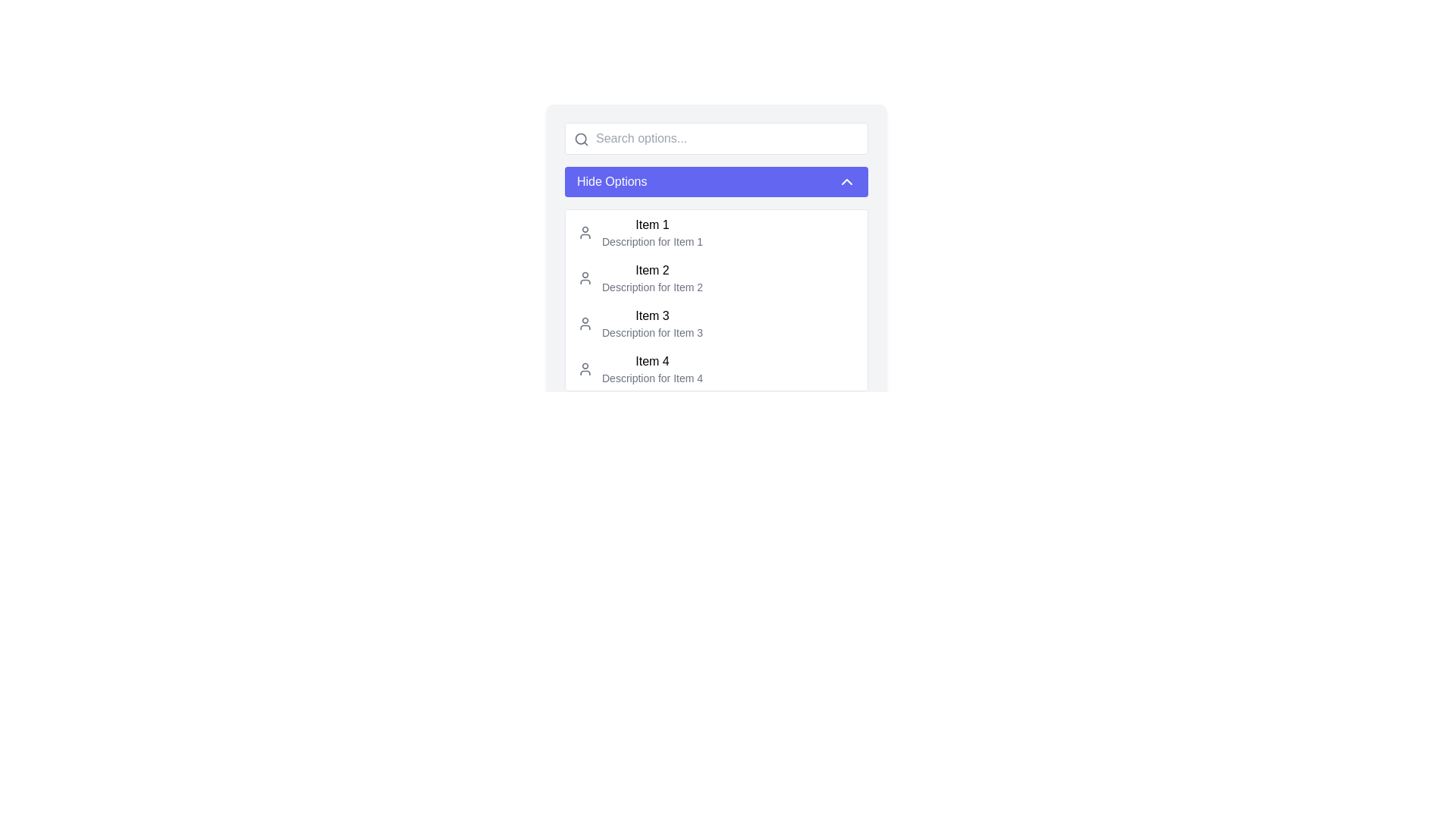 Image resolution: width=1456 pixels, height=819 pixels. Describe the element at coordinates (652, 270) in the screenshot. I see `the text label that displays the title or name of the second item in the list within the dropdown panel, positioned between 'Item 1' and 'Item 3'` at that location.